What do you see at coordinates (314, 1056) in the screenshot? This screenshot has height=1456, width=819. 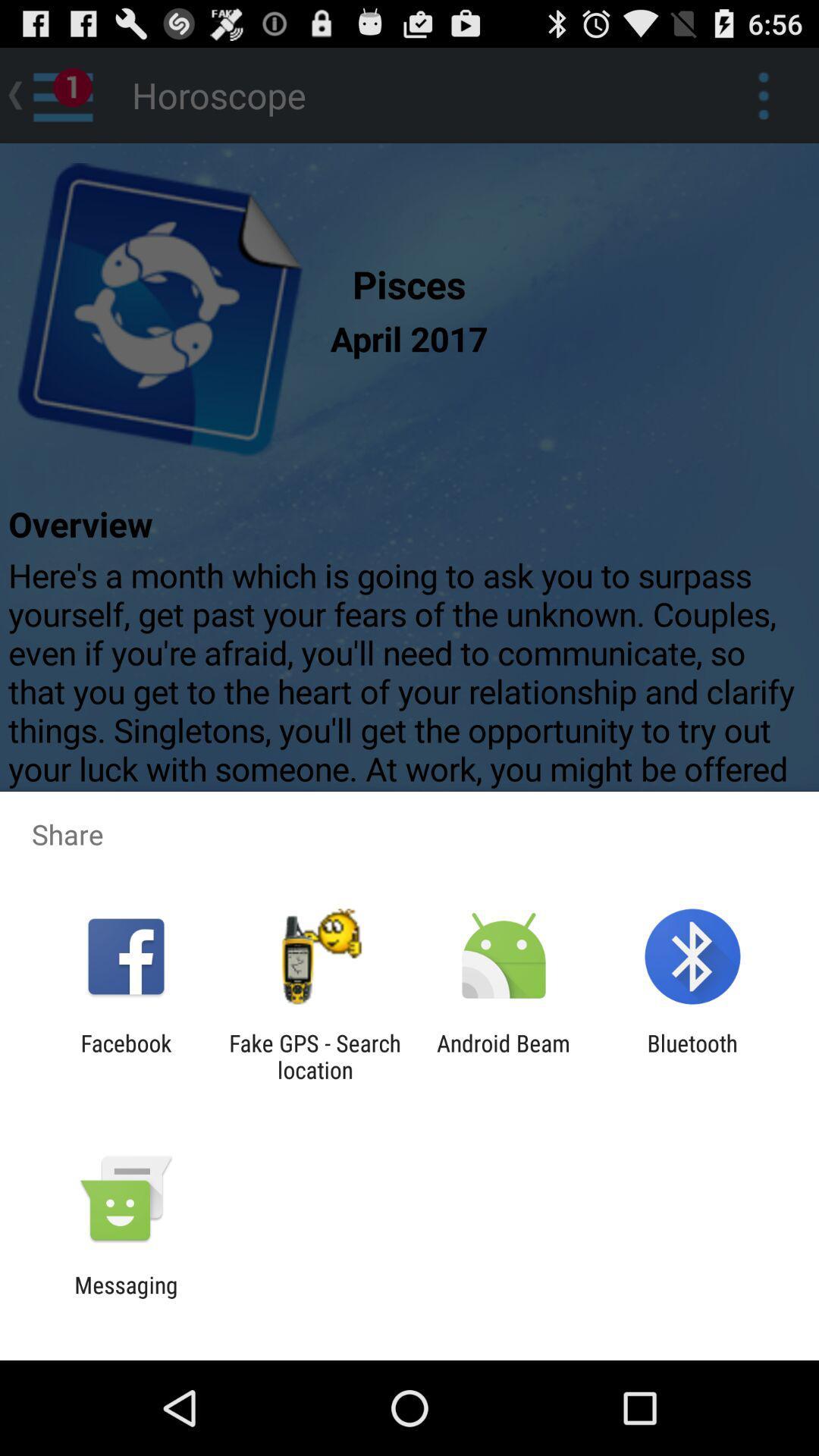 I see `icon to the right of facebook app` at bounding box center [314, 1056].